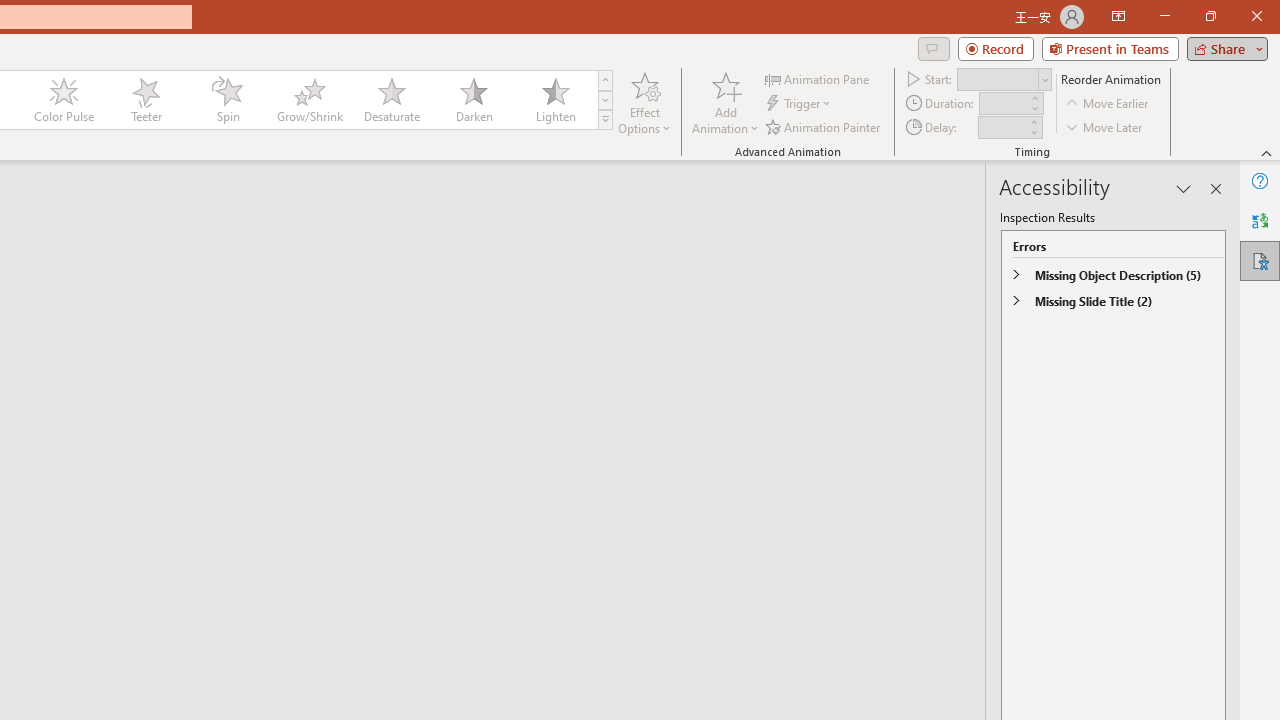 The width and height of the screenshot is (1280, 720). Describe the element at coordinates (64, 100) in the screenshot. I see `'Color Pulse'` at that location.